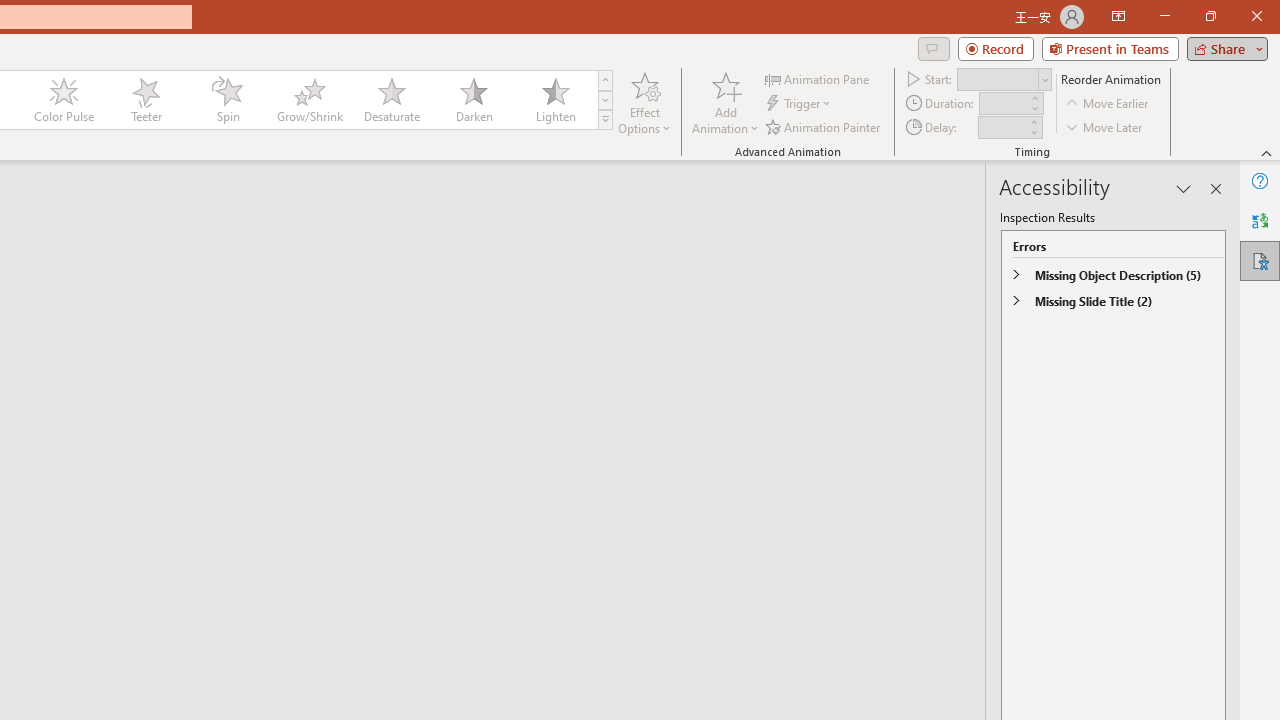 The width and height of the screenshot is (1280, 720). Describe the element at coordinates (64, 100) in the screenshot. I see `'Color Pulse'` at that location.